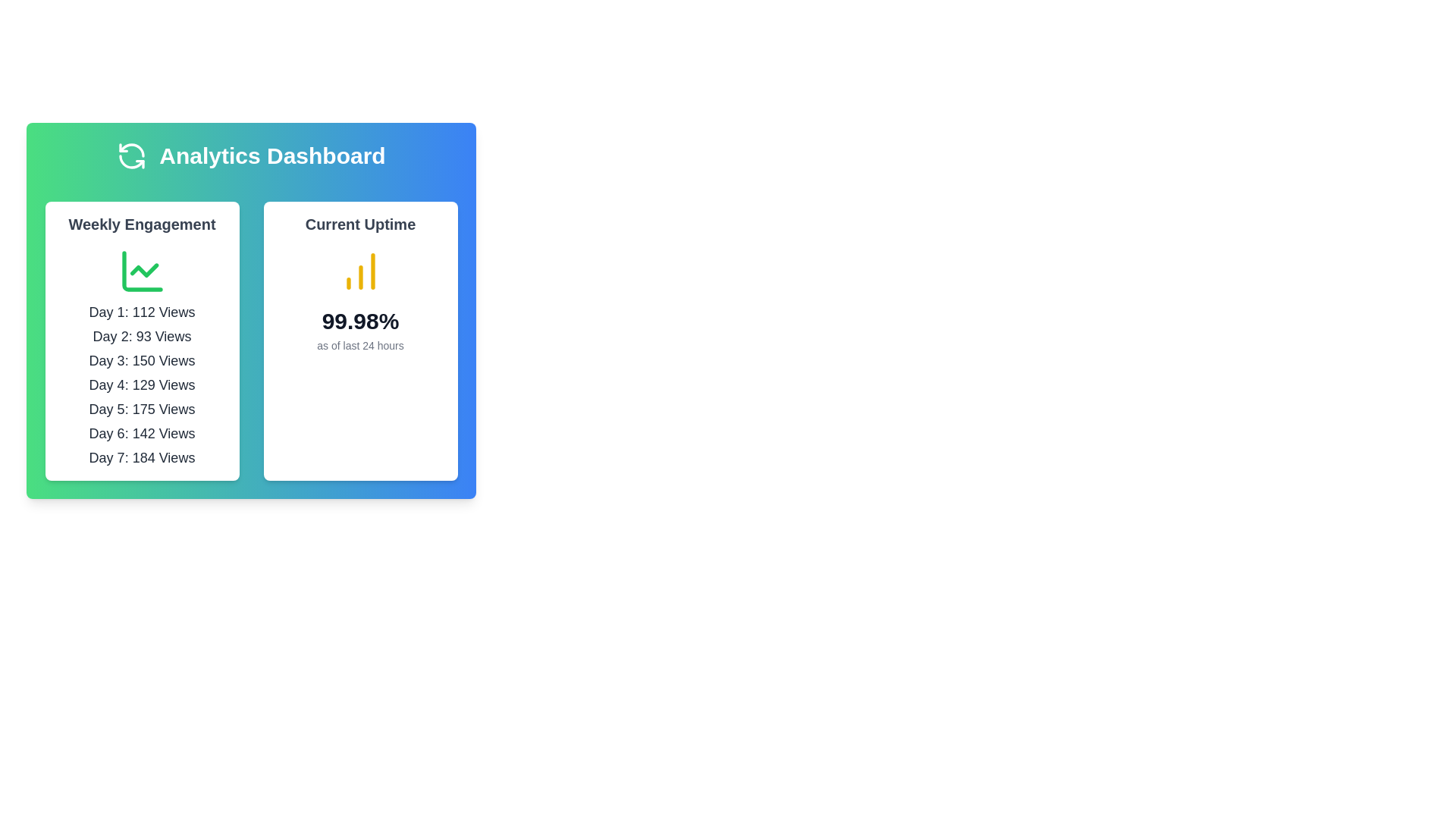  Describe the element at coordinates (142, 335) in the screenshot. I see `the text label displaying the number of views for 'Day 2', which is the second item in the 'Weekly Engagement' section, located below 'Day 1: 112 Views' and above 'Day 3: 150 Views'` at that location.